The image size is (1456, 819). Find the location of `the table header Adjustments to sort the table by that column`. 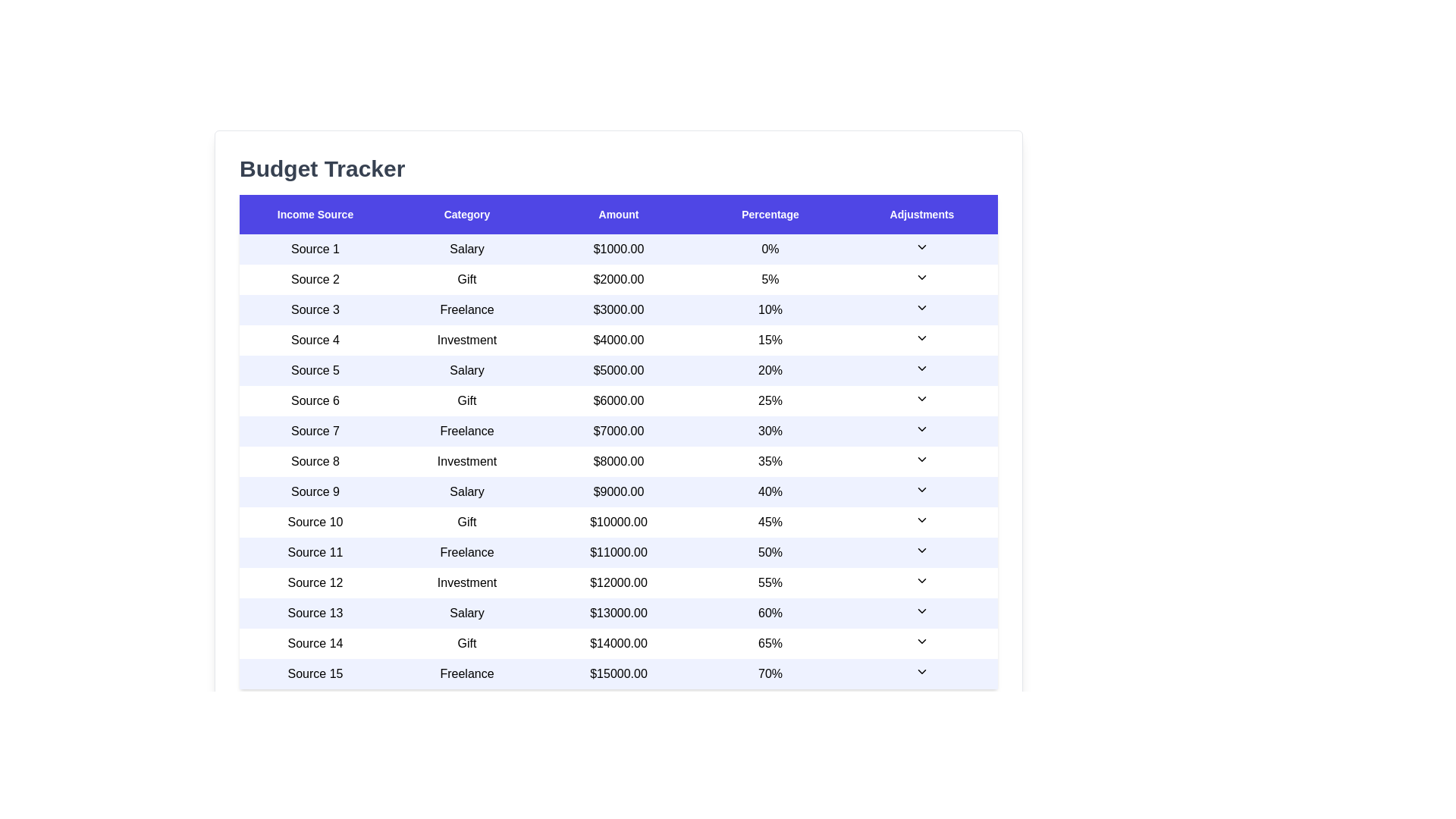

the table header Adjustments to sort the table by that column is located at coordinates (921, 214).